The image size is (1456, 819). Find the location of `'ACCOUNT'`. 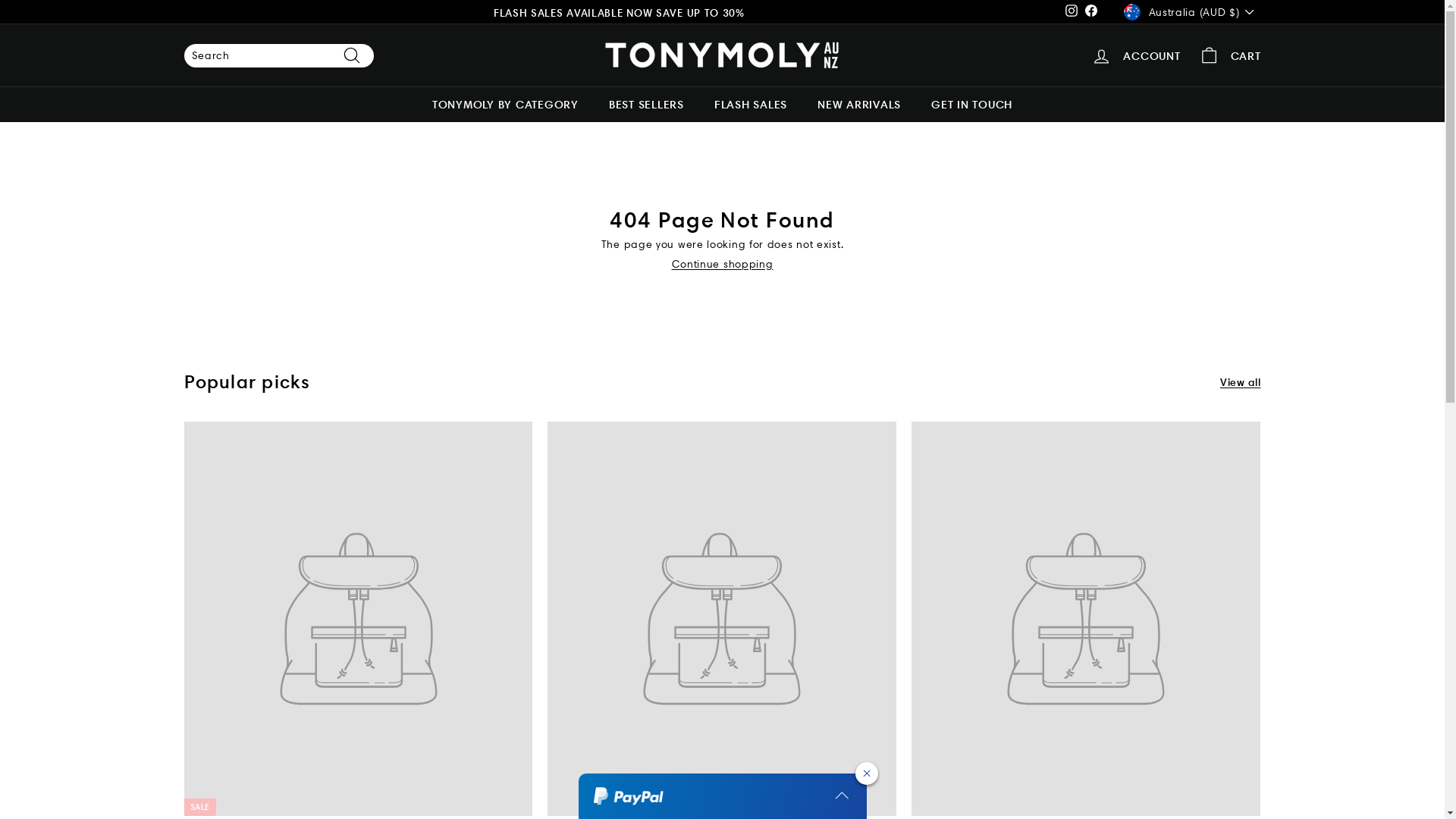

'ACCOUNT' is located at coordinates (1135, 55).